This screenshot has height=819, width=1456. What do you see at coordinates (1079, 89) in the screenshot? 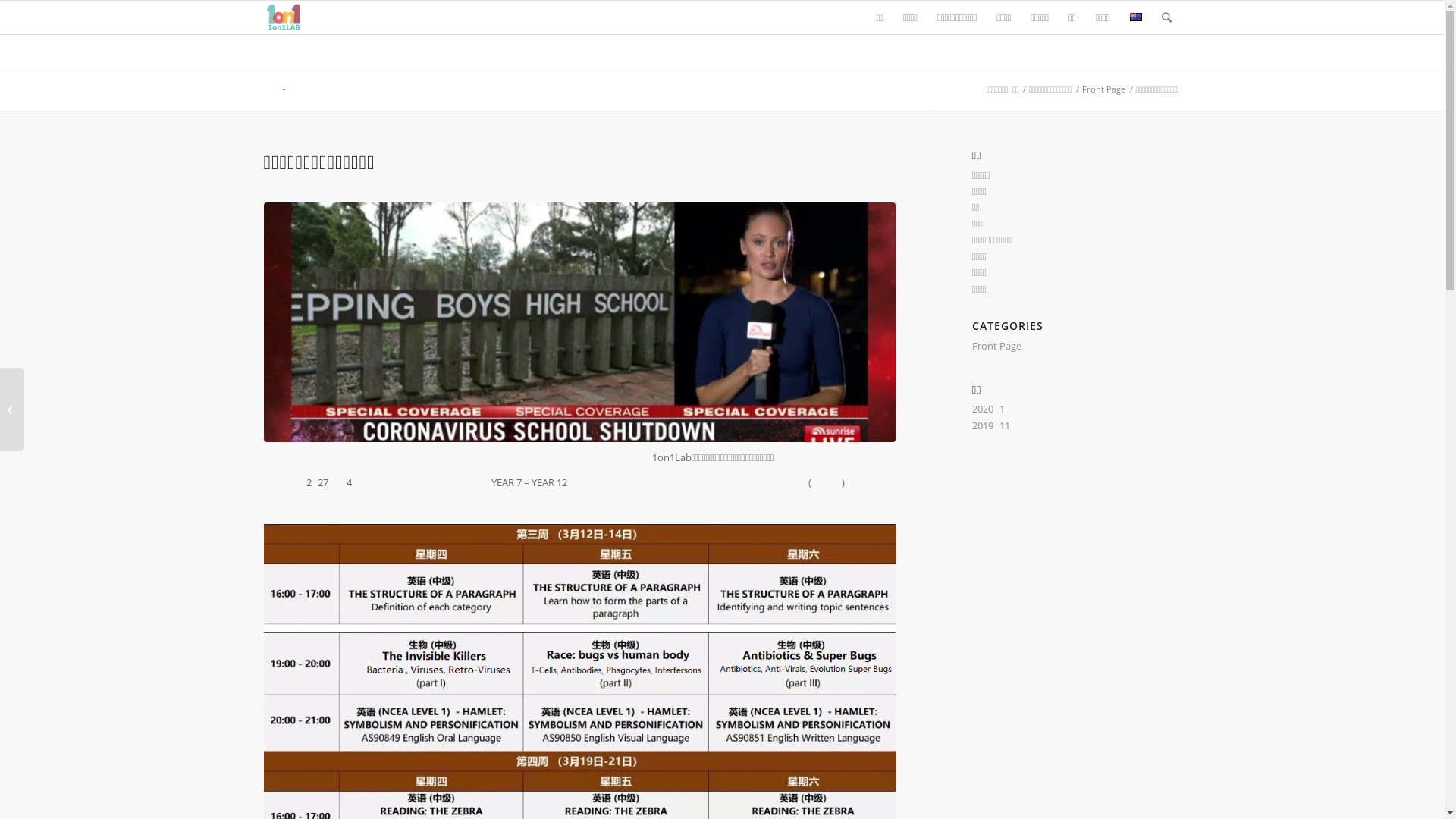
I see `'Front Page'` at bounding box center [1079, 89].